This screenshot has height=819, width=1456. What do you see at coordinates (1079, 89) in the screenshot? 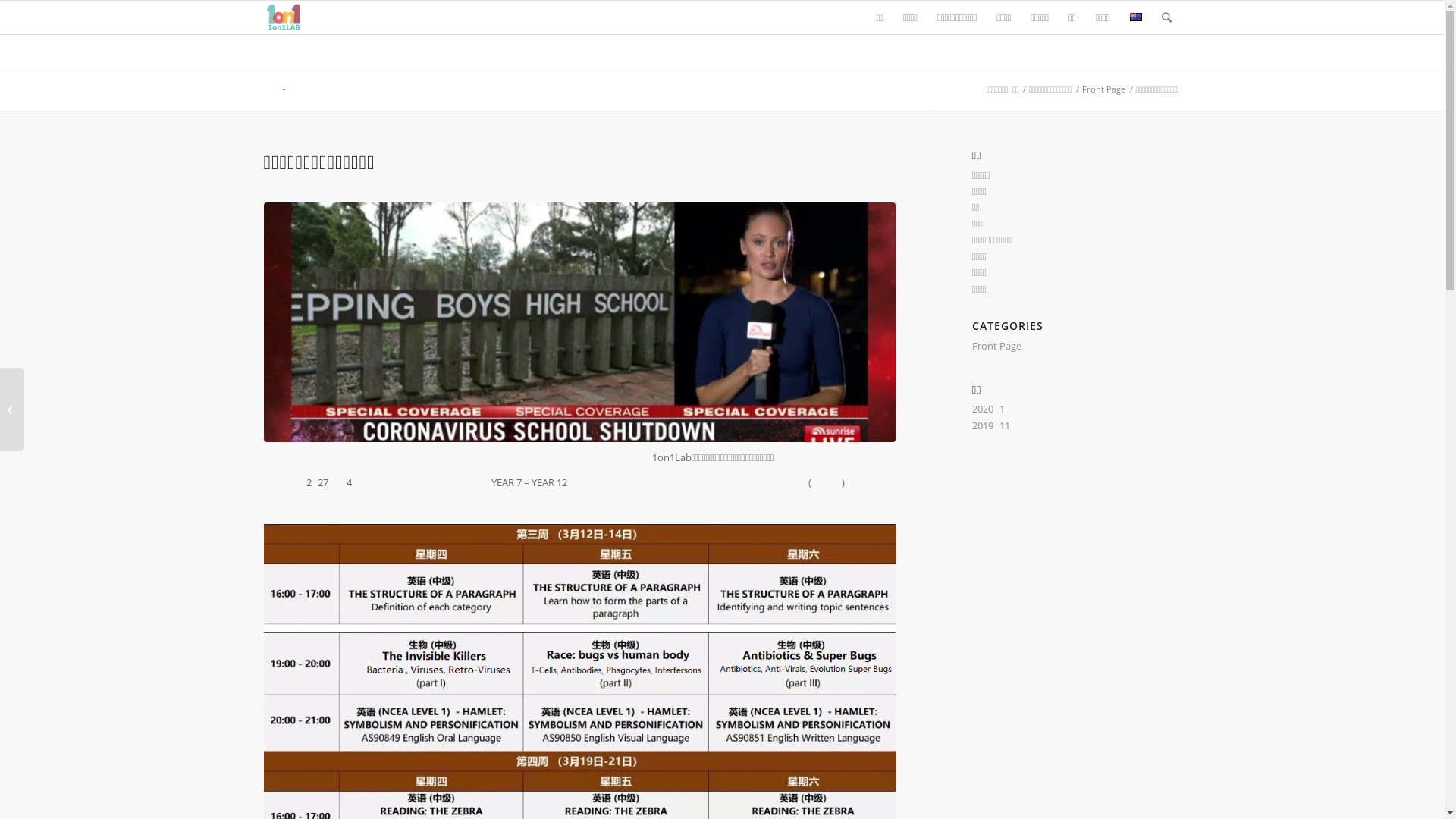
I see `'Front Page'` at bounding box center [1079, 89].